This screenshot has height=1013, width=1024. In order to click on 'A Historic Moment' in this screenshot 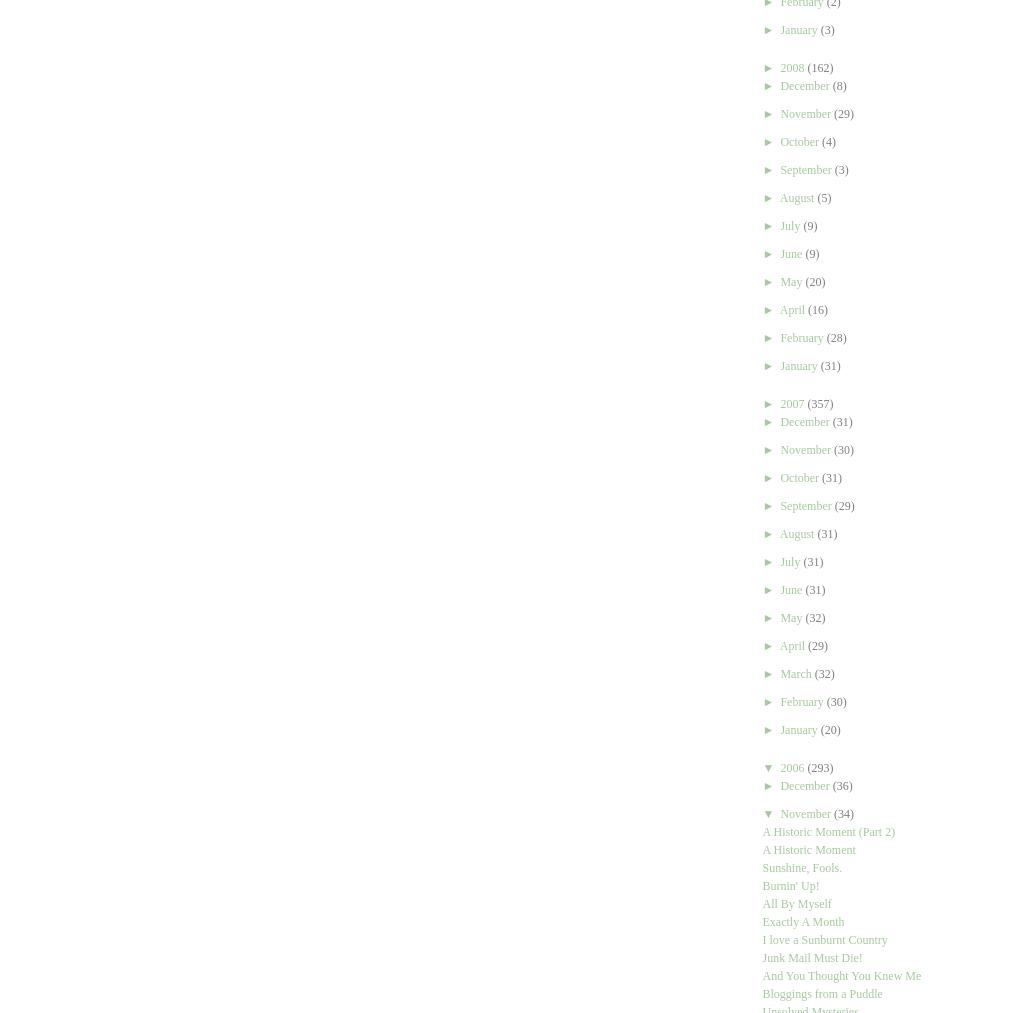, I will do `click(808, 849)`.